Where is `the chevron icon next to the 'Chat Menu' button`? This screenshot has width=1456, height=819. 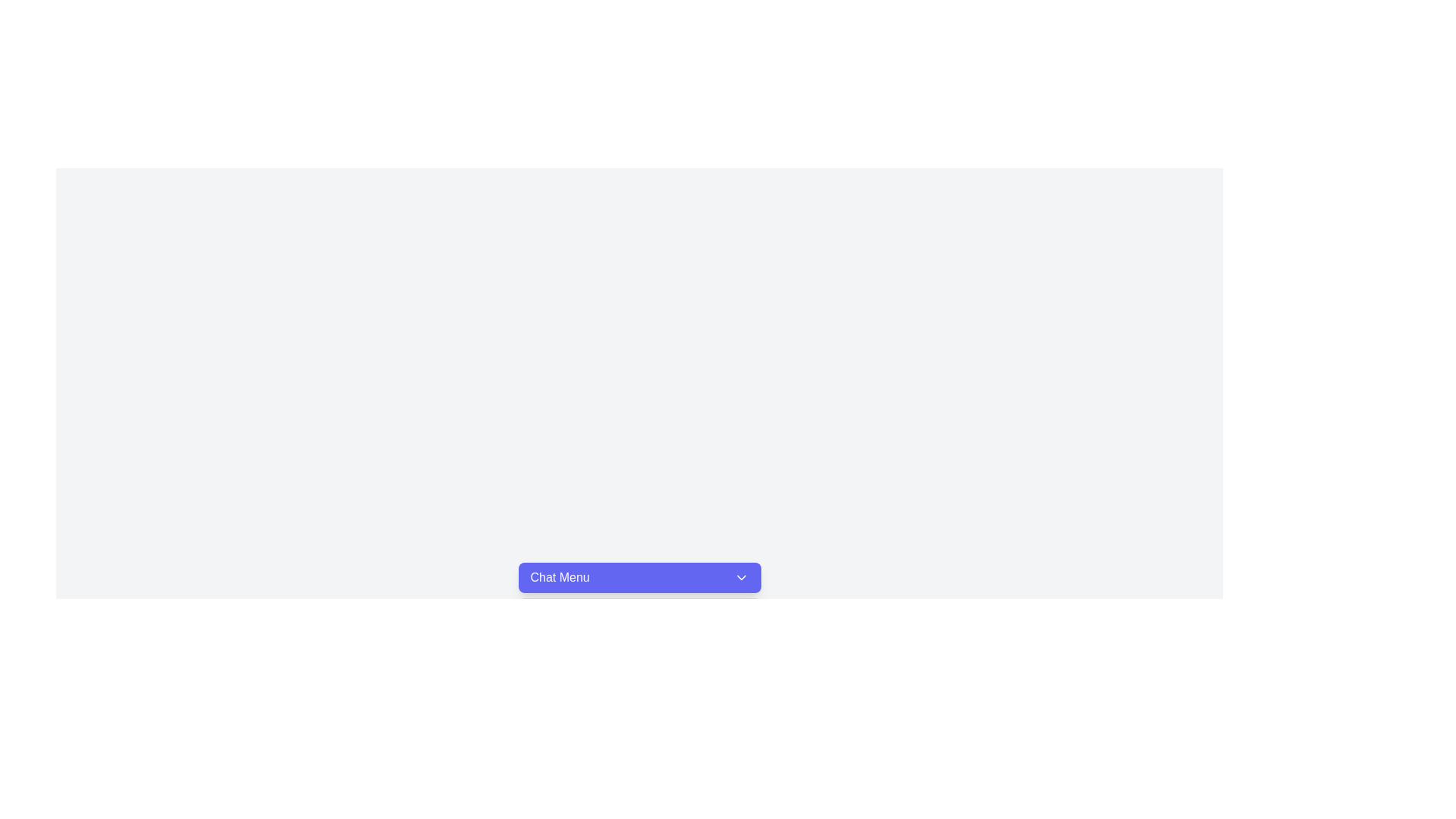 the chevron icon next to the 'Chat Menu' button is located at coordinates (741, 578).